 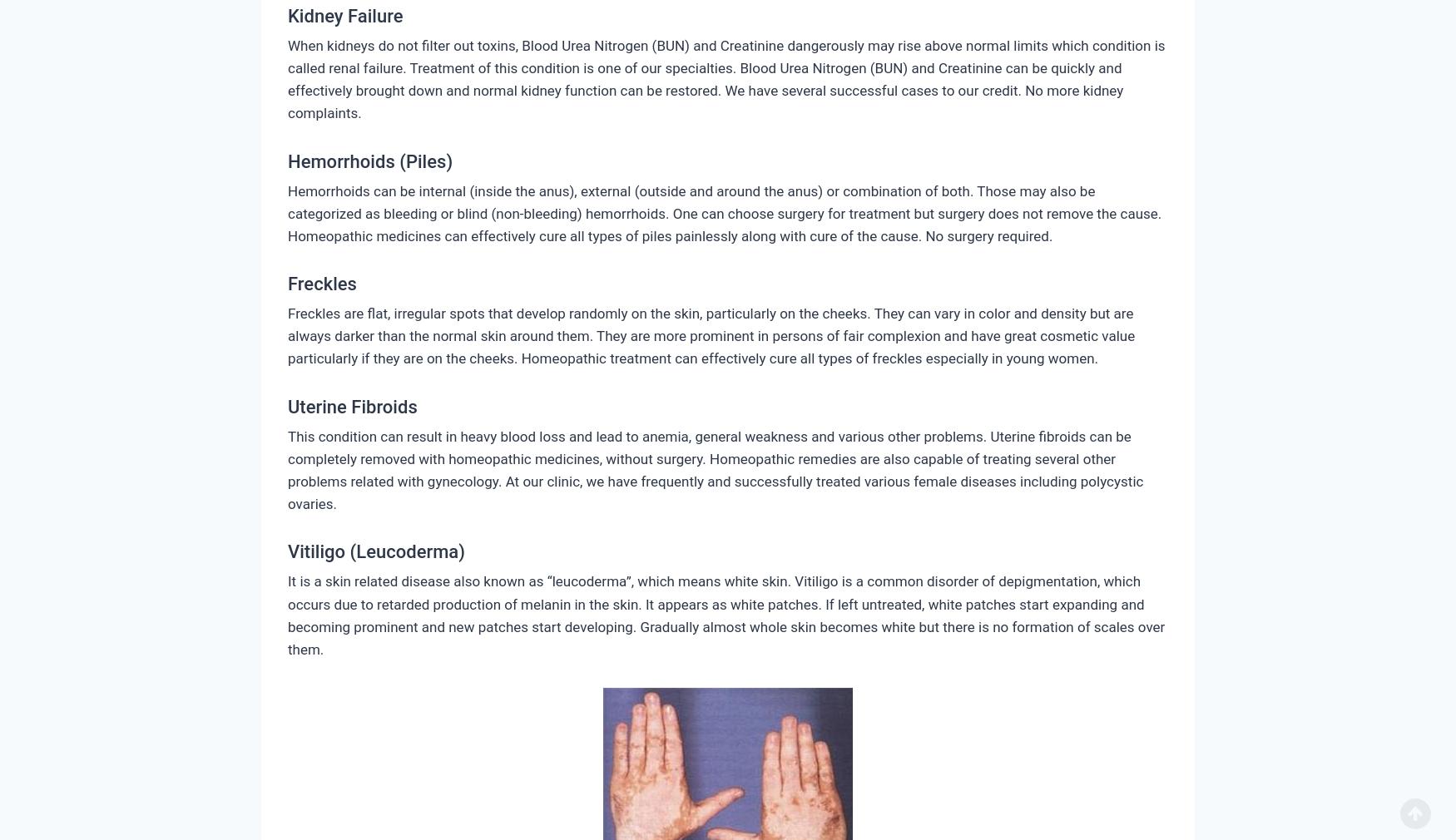 I want to click on 'Vitiligo (Leucoderma)', so click(x=287, y=551).